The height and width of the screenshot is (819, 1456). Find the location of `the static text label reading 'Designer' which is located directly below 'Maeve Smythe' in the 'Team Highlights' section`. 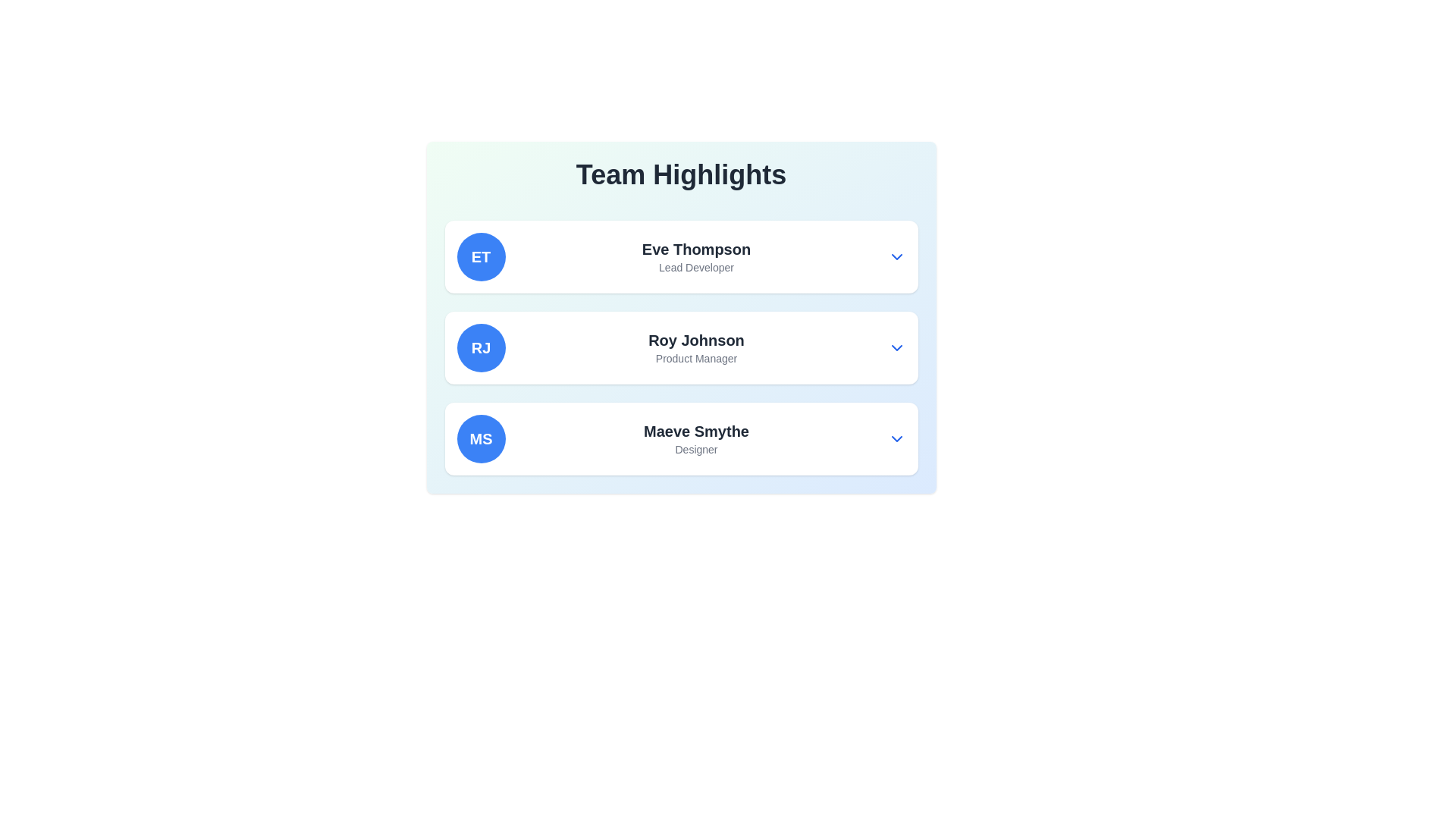

the static text label reading 'Designer' which is located directly below 'Maeve Smythe' in the 'Team Highlights' section is located at coordinates (695, 449).